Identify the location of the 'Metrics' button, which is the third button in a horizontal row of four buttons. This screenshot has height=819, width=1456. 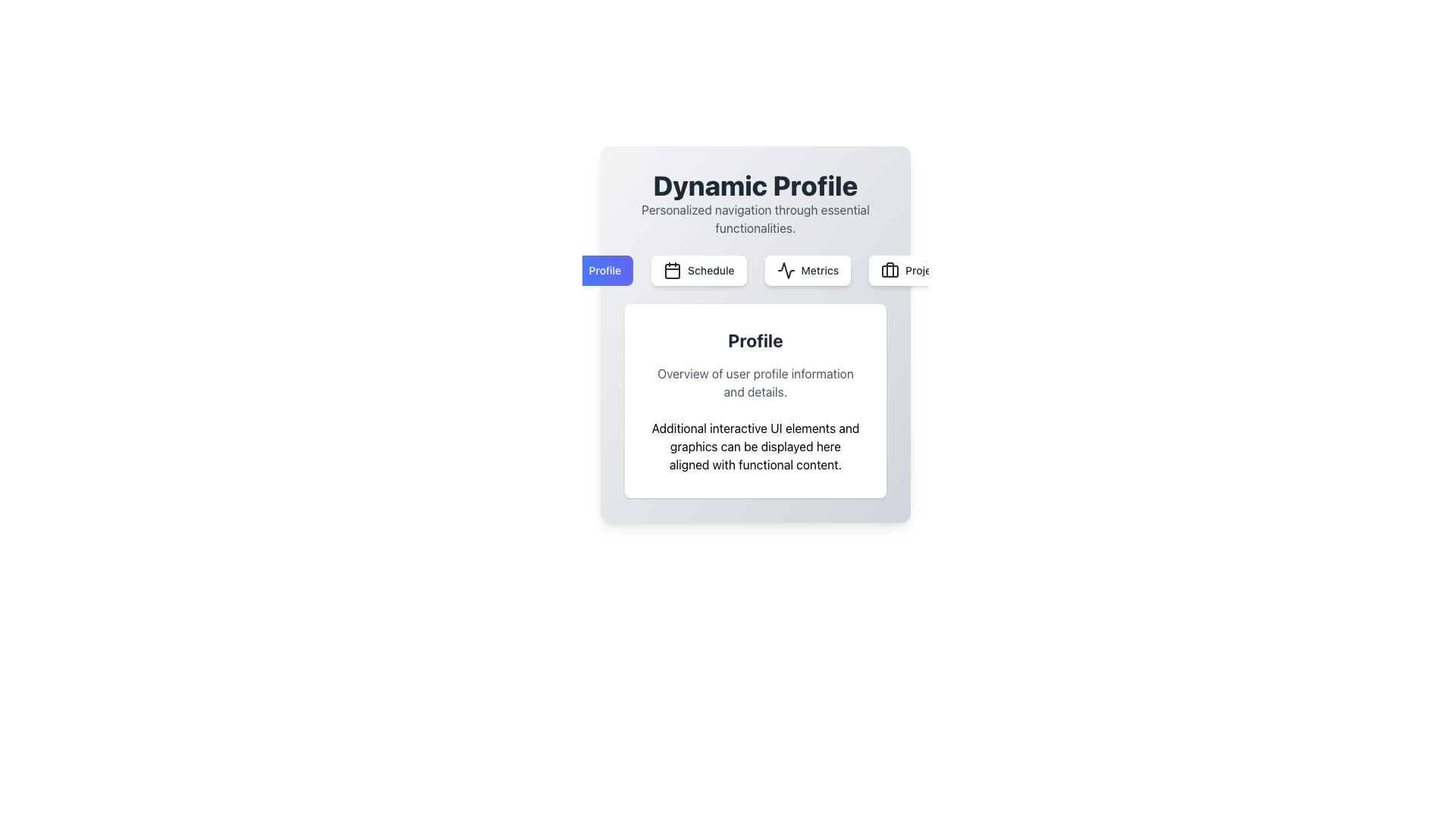
(807, 270).